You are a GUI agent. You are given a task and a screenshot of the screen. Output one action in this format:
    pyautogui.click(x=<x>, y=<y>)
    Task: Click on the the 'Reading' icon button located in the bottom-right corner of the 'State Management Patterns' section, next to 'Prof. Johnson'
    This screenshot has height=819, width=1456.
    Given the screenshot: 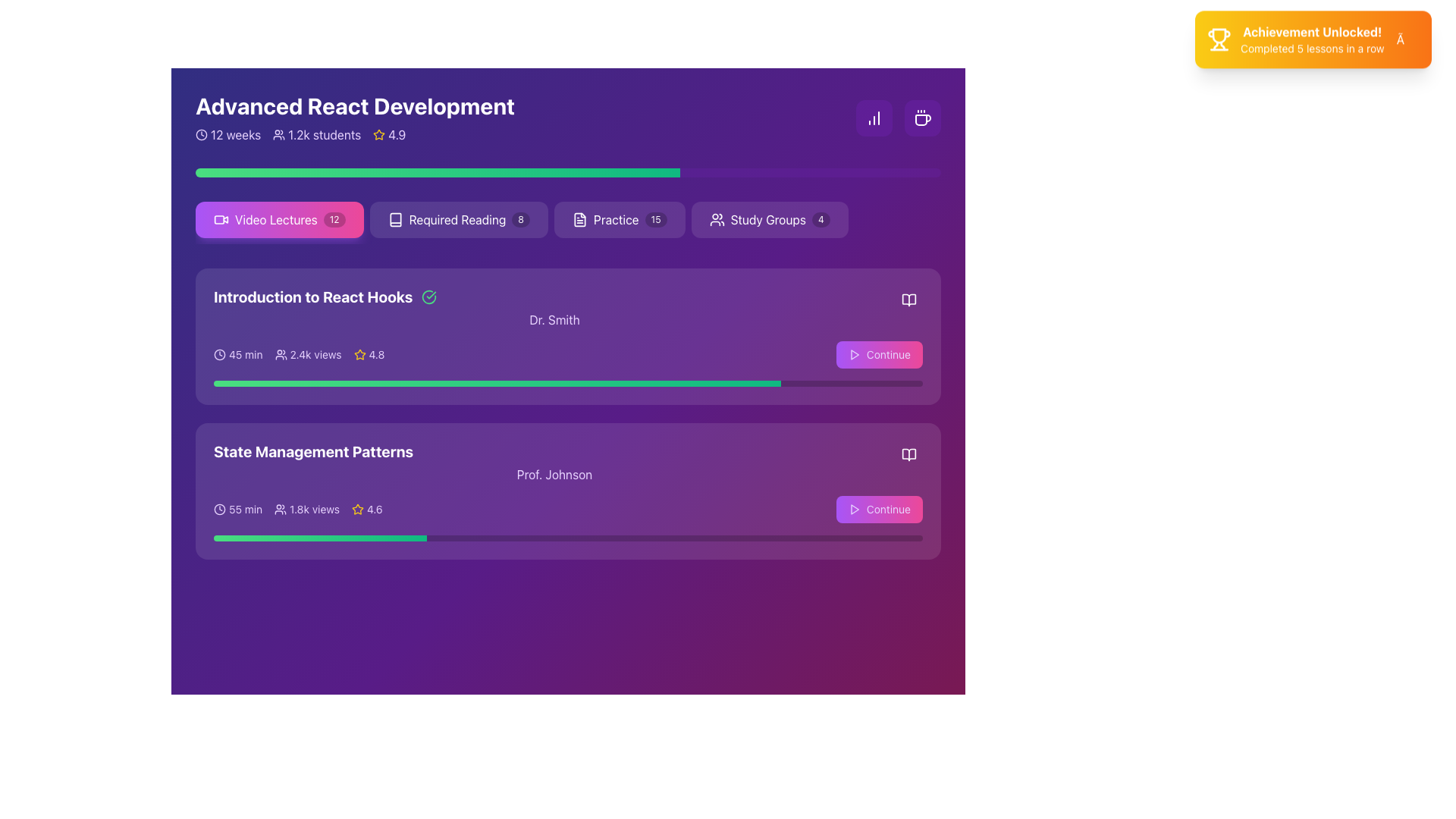 What is the action you would take?
    pyautogui.click(x=909, y=454)
    